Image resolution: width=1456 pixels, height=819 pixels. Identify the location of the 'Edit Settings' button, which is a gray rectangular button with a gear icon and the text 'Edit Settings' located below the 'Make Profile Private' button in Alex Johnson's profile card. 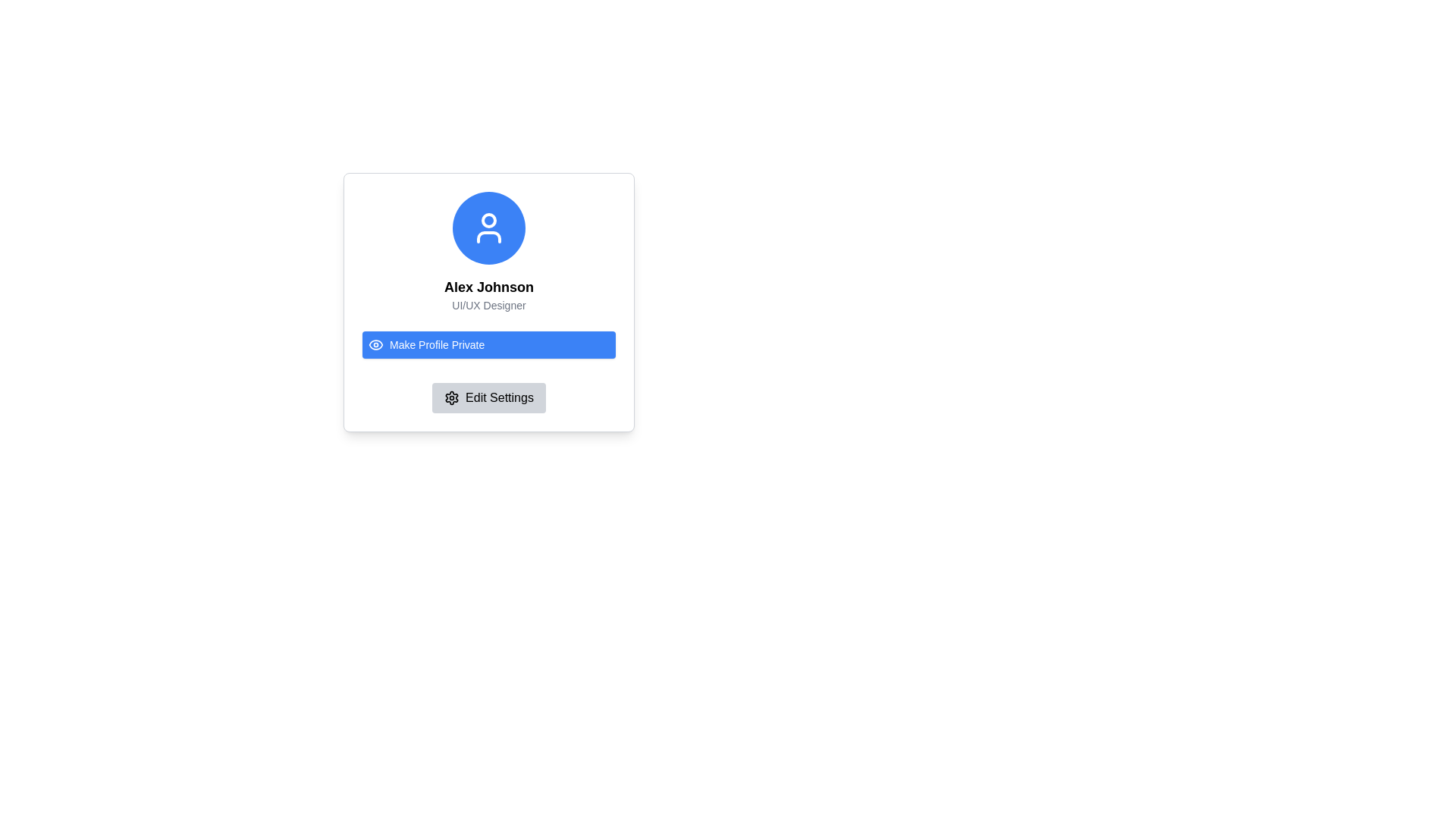
(488, 397).